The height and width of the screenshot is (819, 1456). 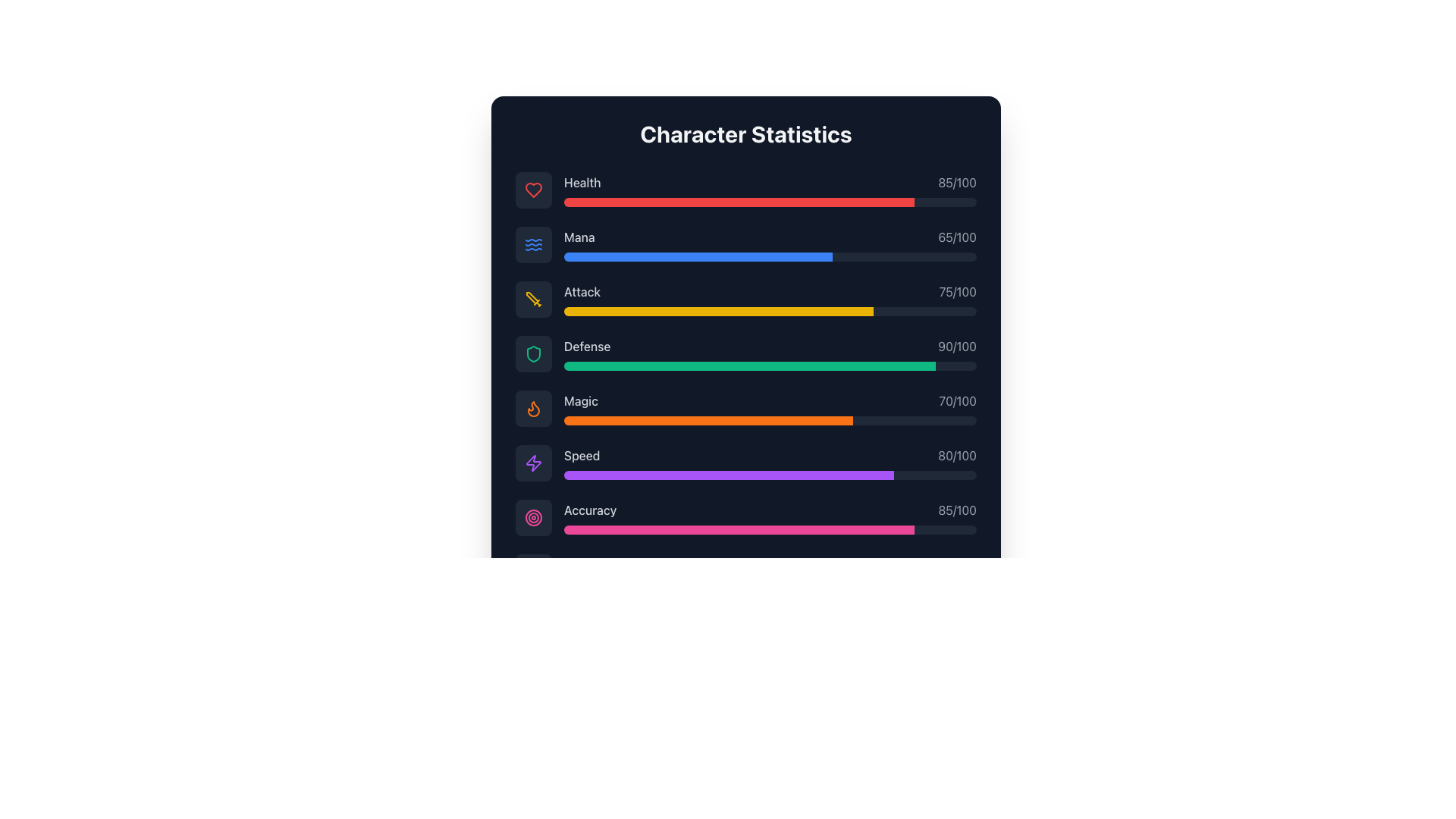 What do you see at coordinates (534, 189) in the screenshot?
I see `the first icon representing 'Health' in the statistics list` at bounding box center [534, 189].